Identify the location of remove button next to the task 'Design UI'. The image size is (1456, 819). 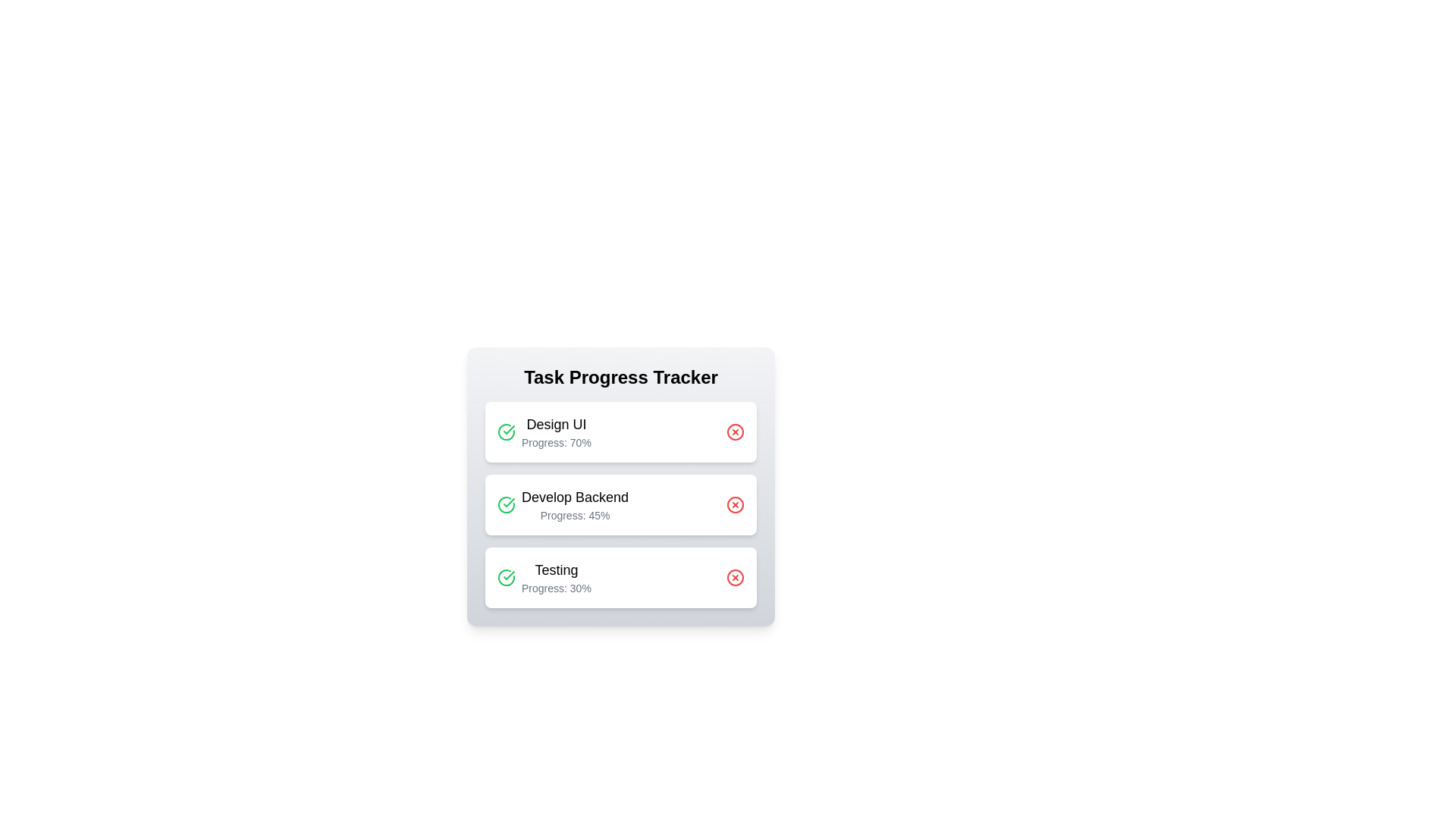
(735, 432).